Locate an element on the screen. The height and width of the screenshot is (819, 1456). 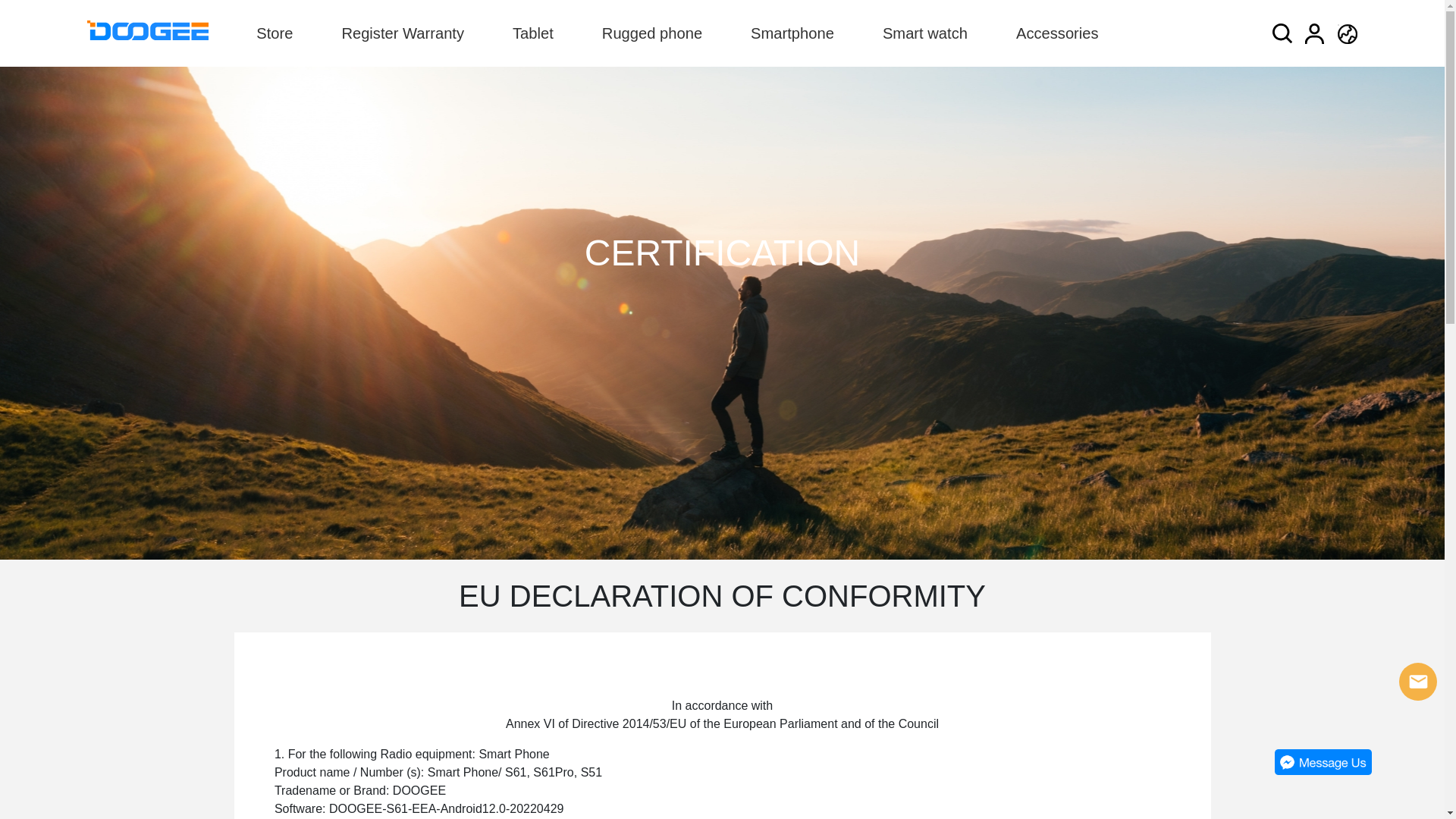
'Accessories' is located at coordinates (1015, 33).